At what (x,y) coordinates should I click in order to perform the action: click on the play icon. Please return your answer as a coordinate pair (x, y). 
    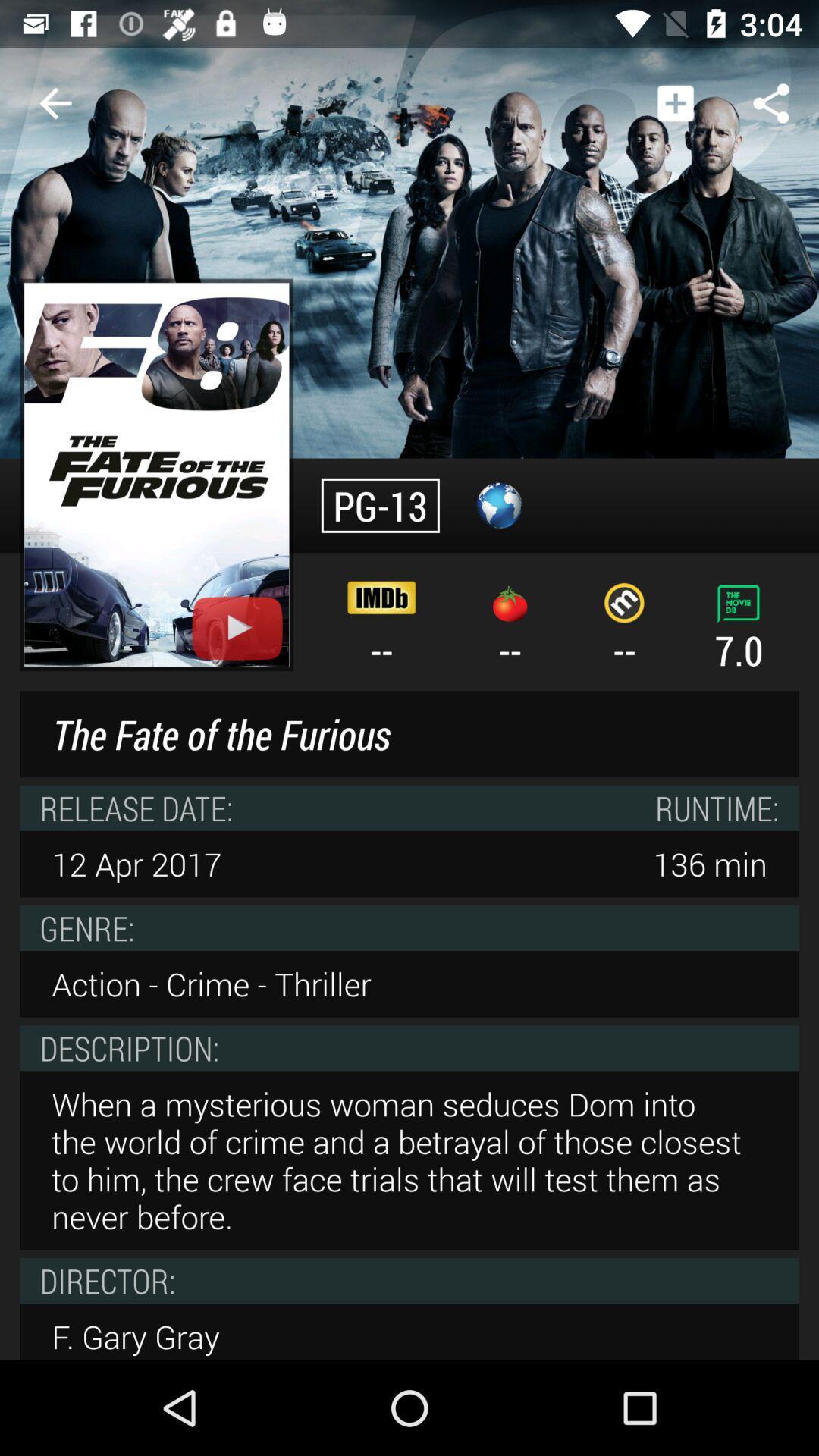
    Looking at the image, I should click on (237, 628).